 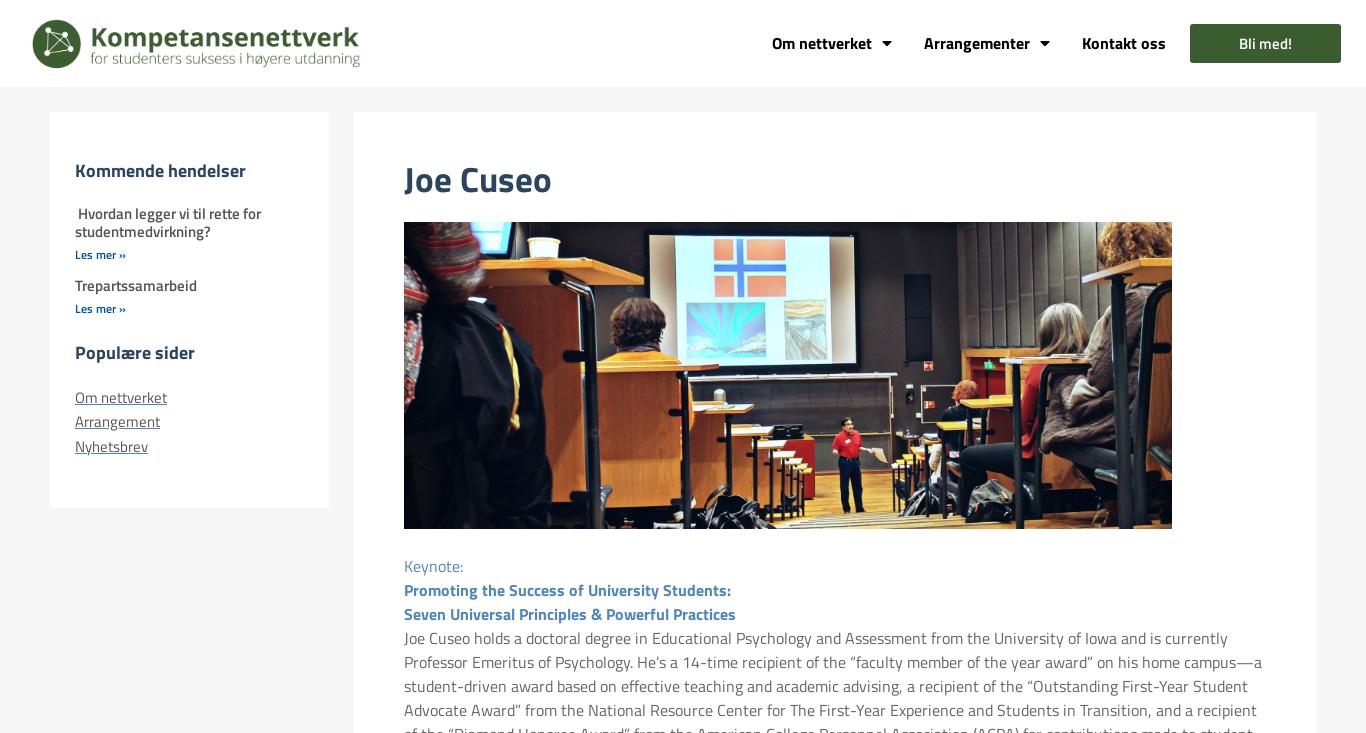 I want to click on 'Kontakt oss', so click(x=1080, y=42).